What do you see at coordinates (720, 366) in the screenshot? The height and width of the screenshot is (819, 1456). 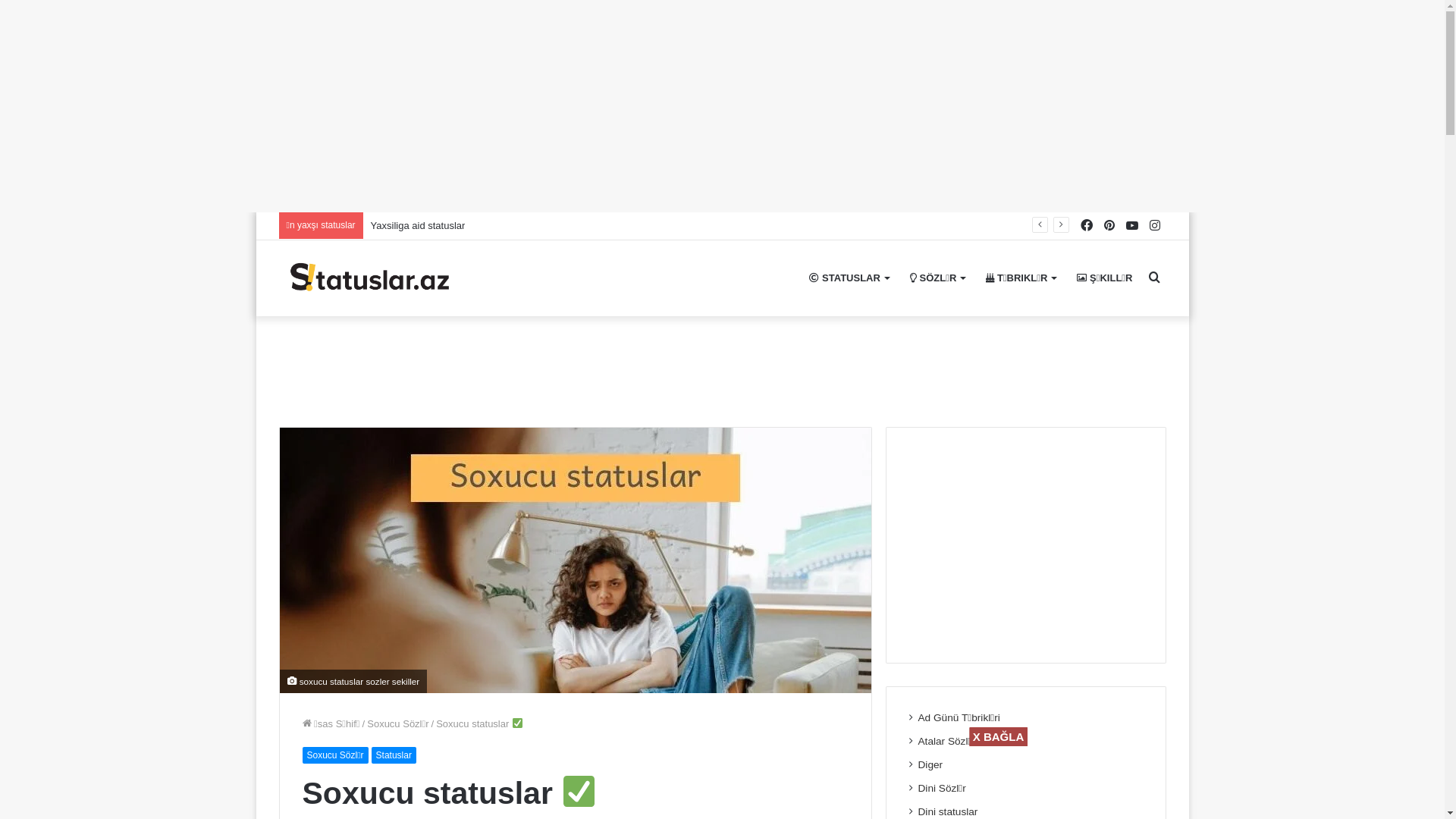 I see `'Advertisement'` at bounding box center [720, 366].